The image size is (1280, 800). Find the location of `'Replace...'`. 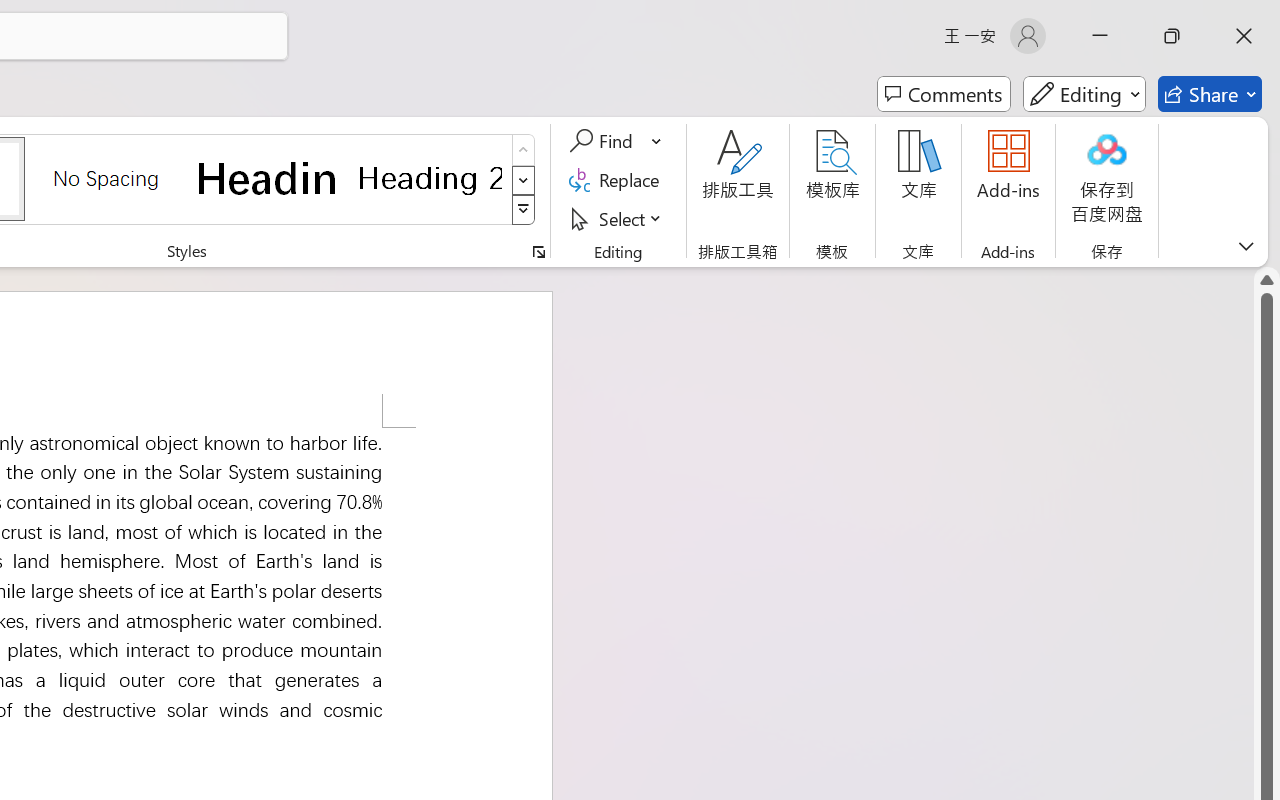

'Replace...' is located at coordinates (616, 179).